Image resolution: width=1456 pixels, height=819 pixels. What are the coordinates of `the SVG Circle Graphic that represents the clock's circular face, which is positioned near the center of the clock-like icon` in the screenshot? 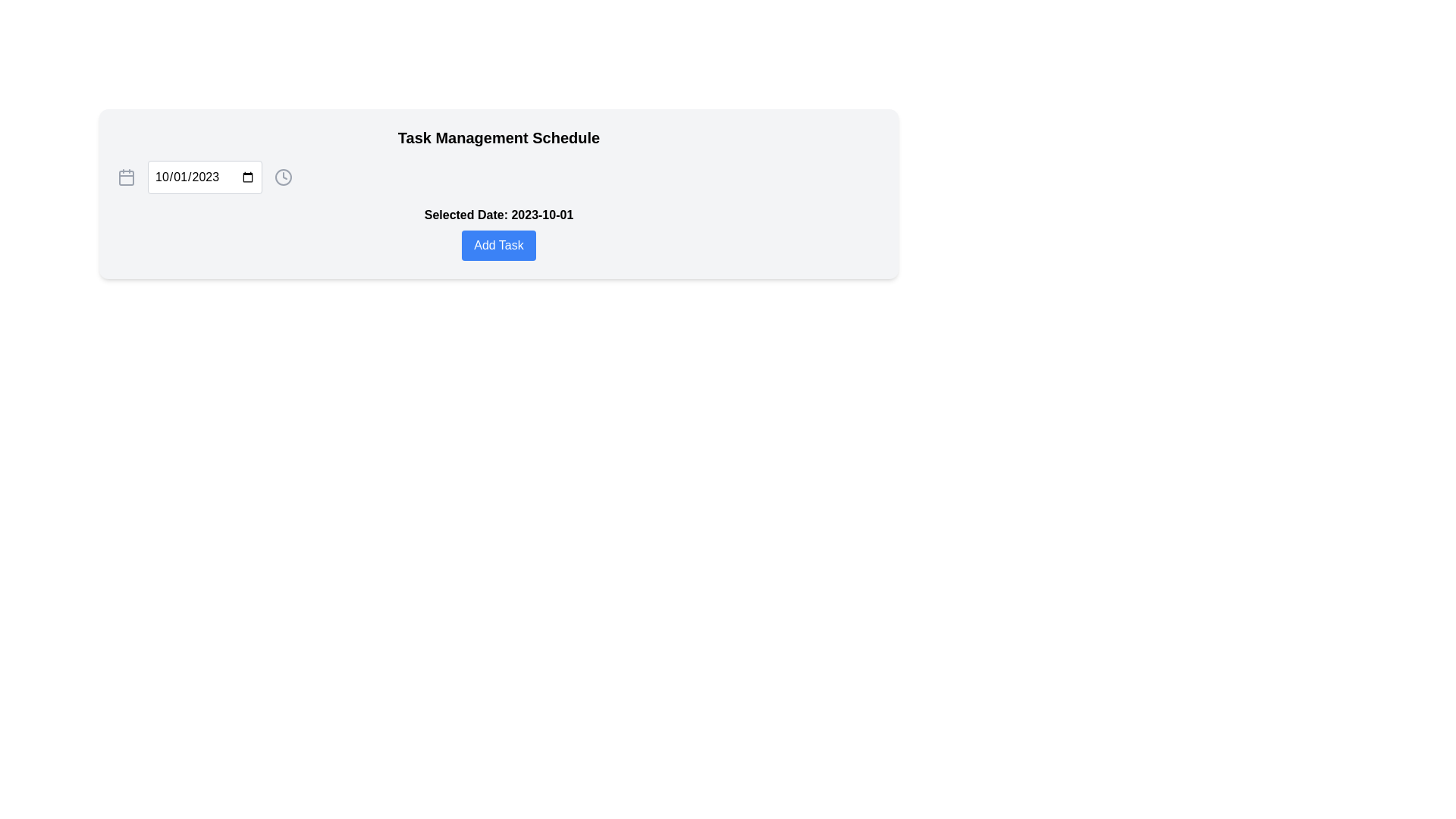 It's located at (284, 177).